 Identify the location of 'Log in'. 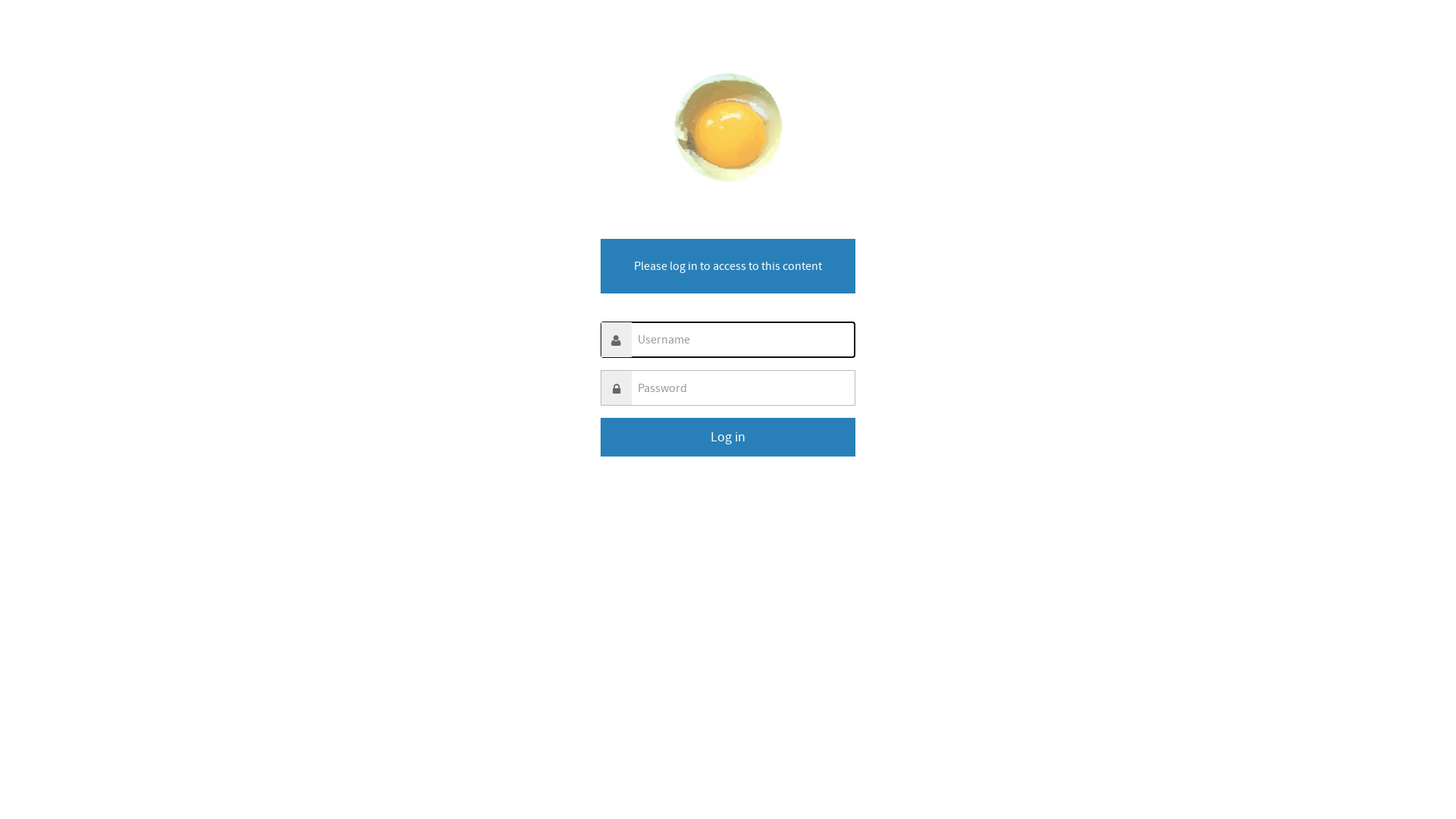
(728, 437).